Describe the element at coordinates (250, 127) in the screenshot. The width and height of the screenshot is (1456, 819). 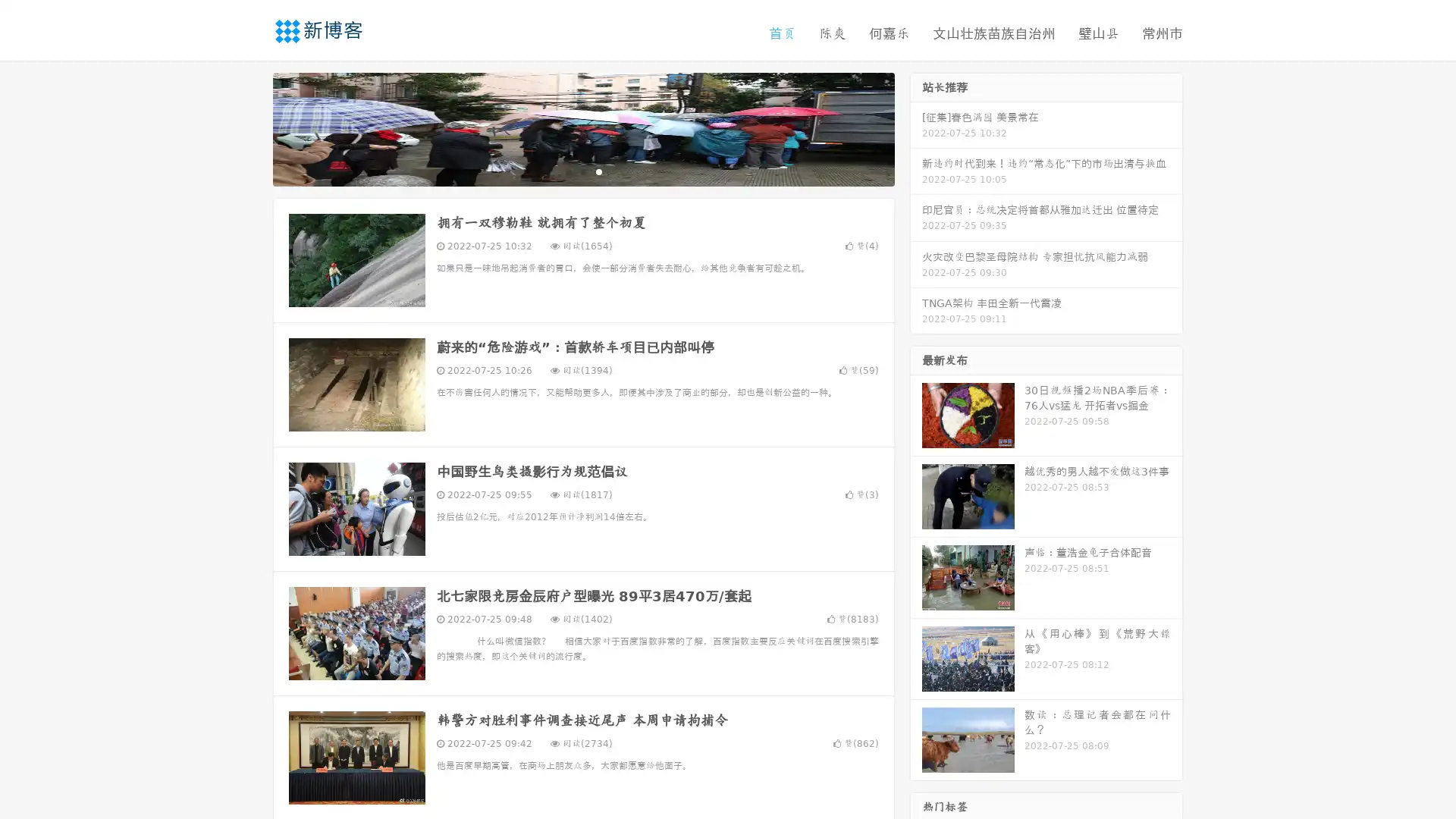
I see `Previous slide` at that location.